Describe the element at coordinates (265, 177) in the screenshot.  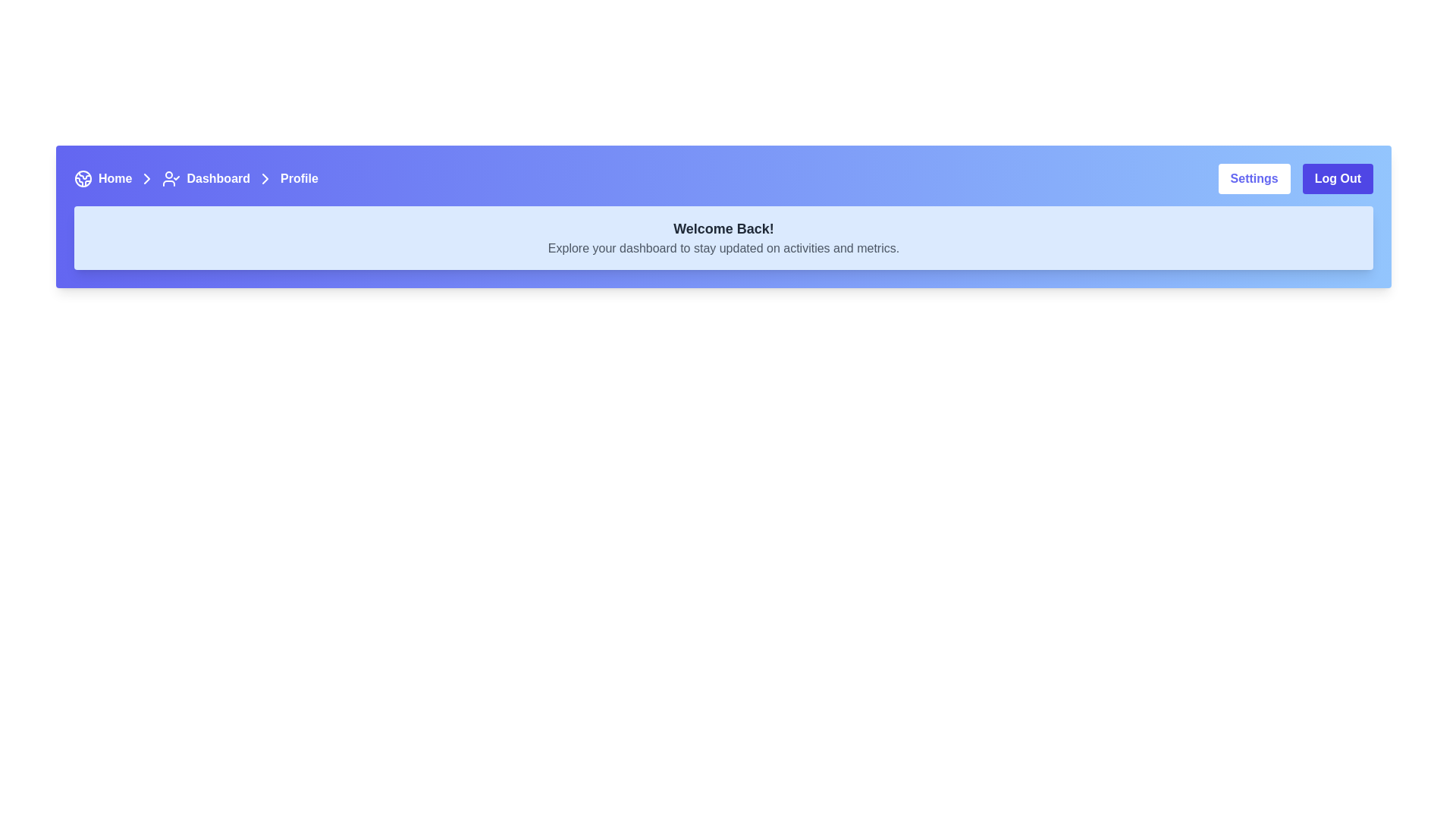
I see `the rightward chevron arrow icon in the breadcrumb navigation bar, located between the 'Dashboard' and 'Profile' labels` at that location.